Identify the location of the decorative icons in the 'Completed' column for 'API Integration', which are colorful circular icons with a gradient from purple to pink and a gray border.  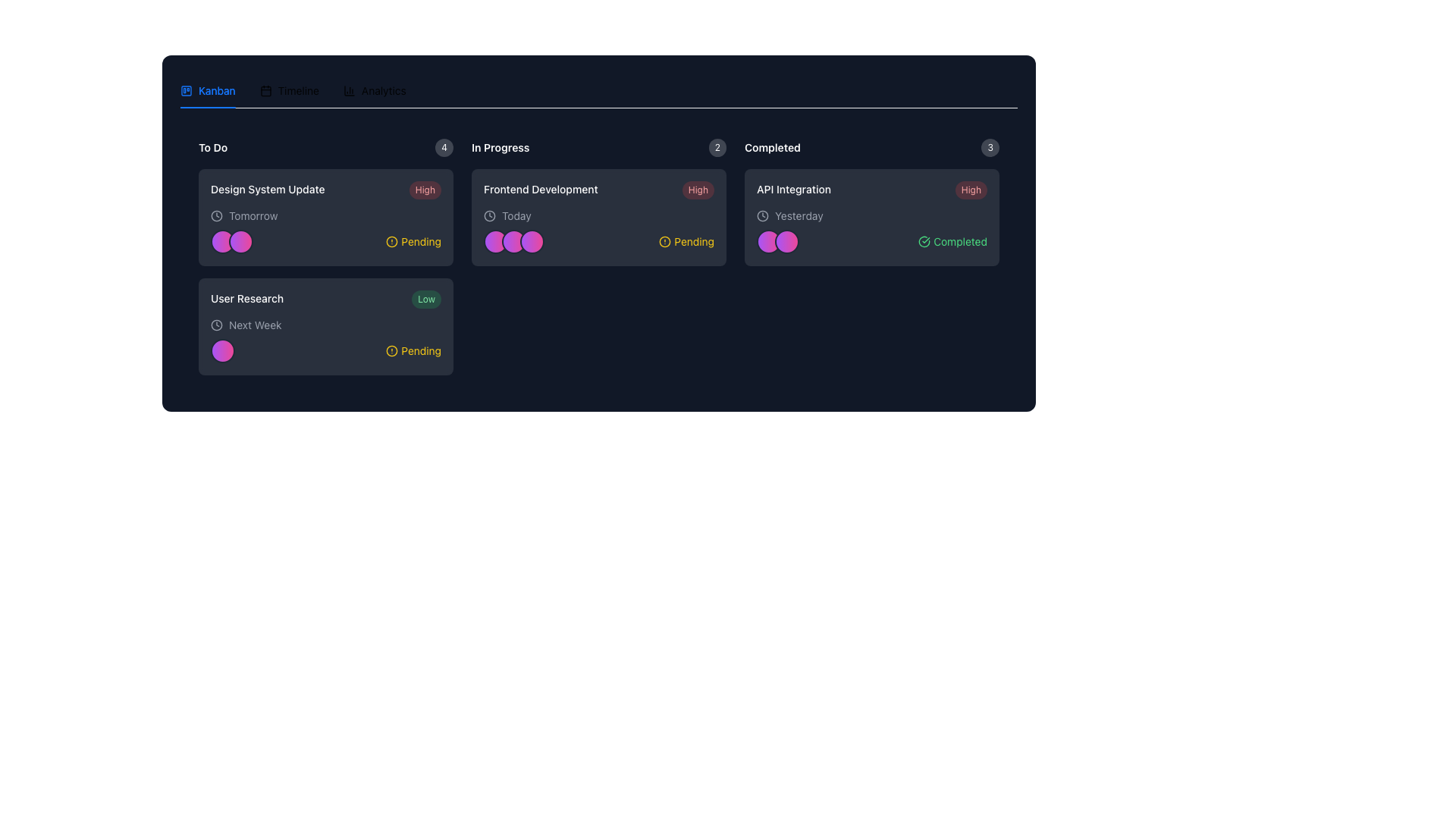
(778, 241).